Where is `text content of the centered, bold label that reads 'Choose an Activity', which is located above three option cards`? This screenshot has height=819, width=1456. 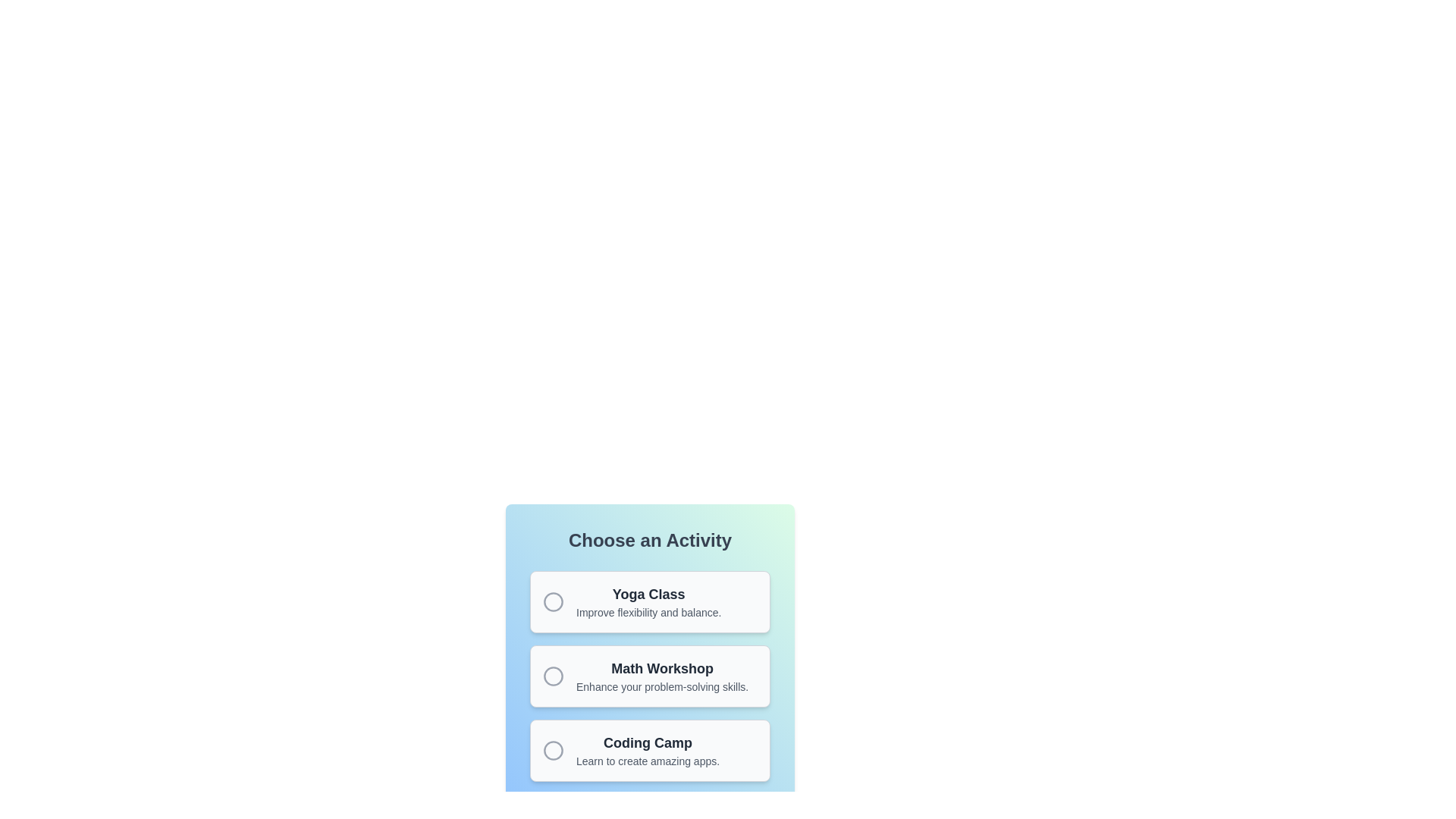
text content of the centered, bold label that reads 'Choose an Activity', which is located above three option cards is located at coordinates (650, 540).